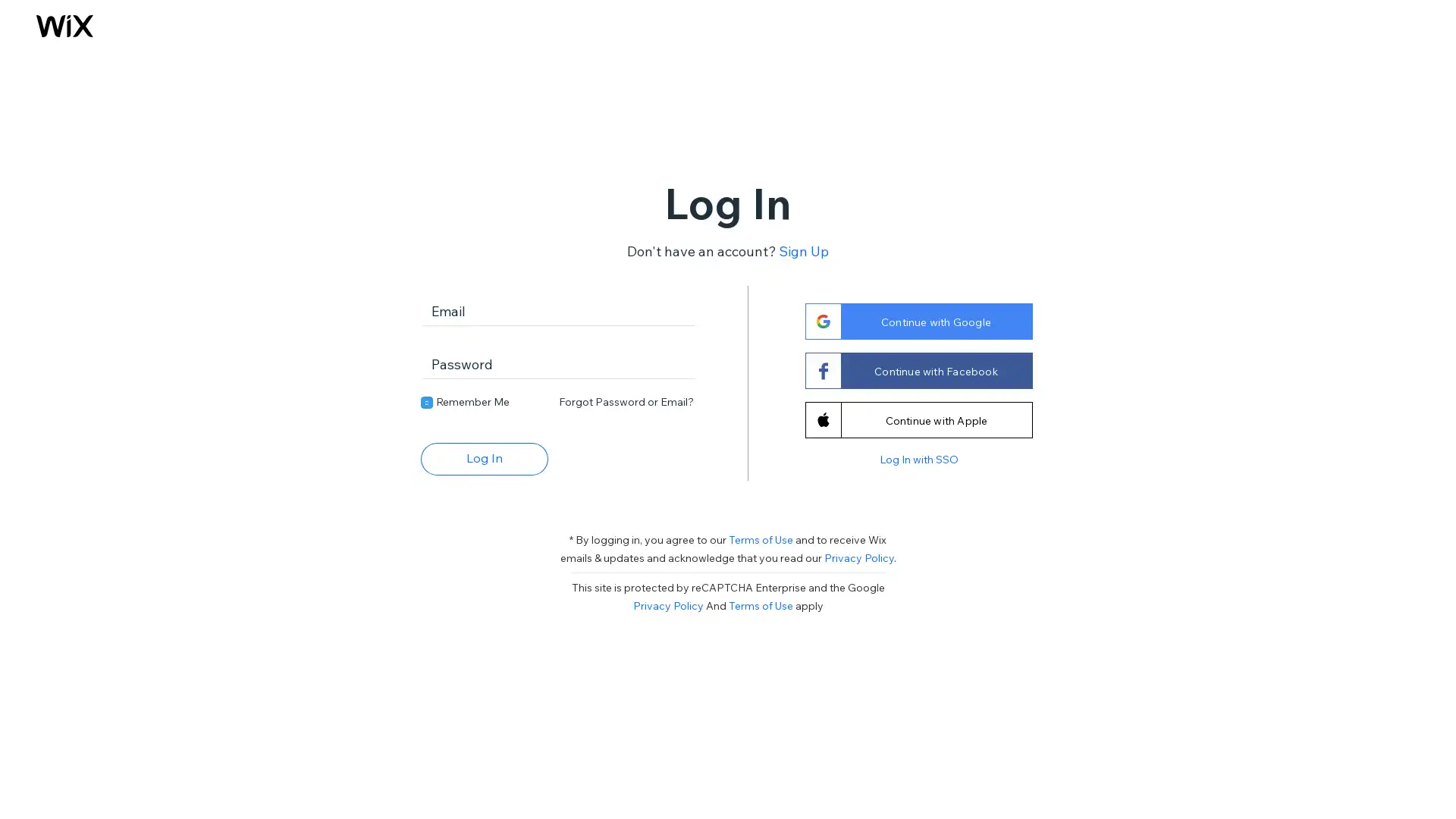  I want to click on Continue with Apple, so click(917, 419).